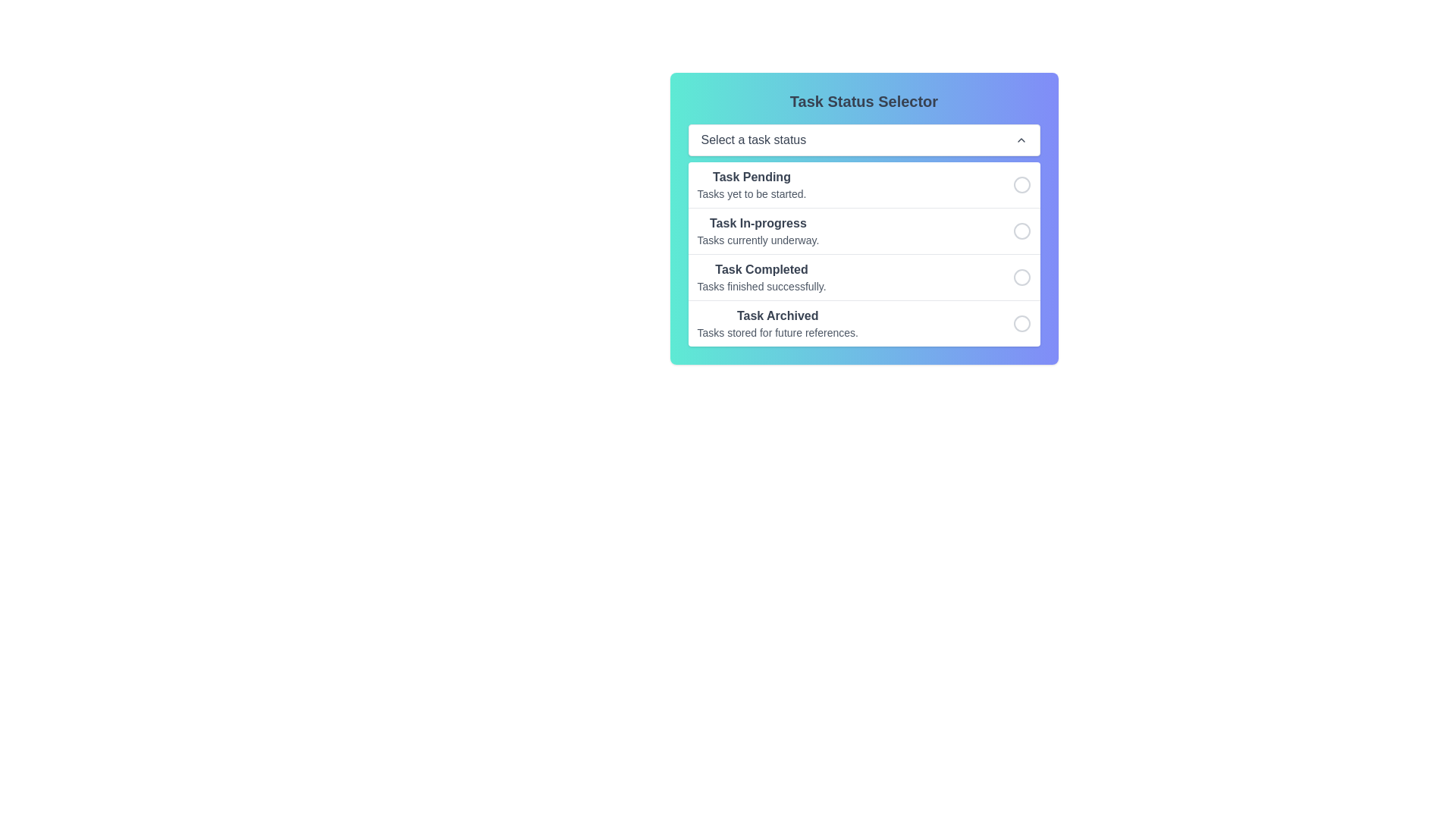 The image size is (1456, 819). Describe the element at coordinates (864, 184) in the screenshot. I see `the topmost selectable list item labeled 'Task Pending'` at that location.